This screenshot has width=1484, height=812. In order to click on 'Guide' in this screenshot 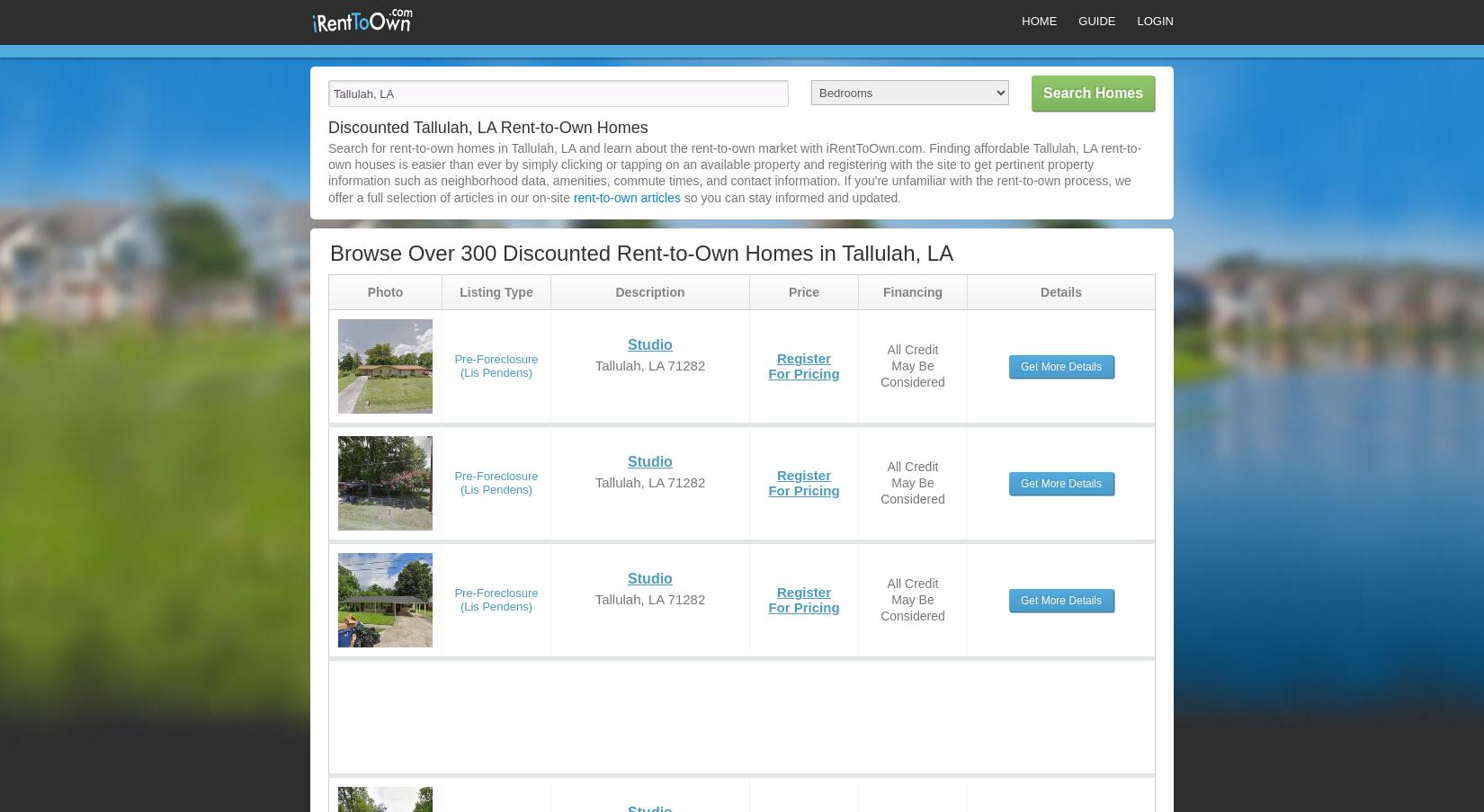, I will do `click(1096, 20)`.